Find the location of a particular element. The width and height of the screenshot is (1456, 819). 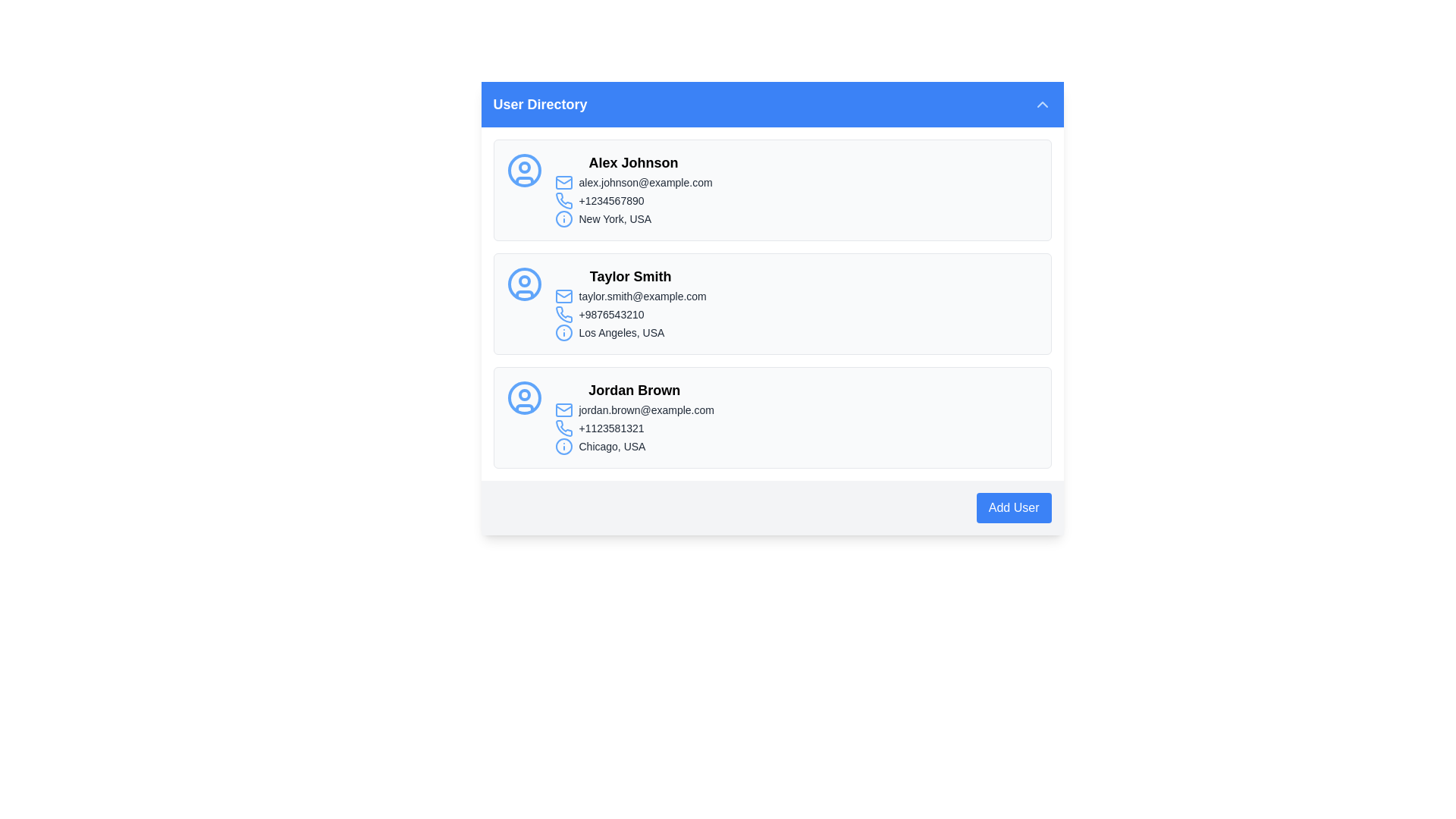

the third user contact card displaying user details located centrally in the user directory, positioned below 'Taylor Smith' and above the 'Add User' button is located at coordinates (772, 418).